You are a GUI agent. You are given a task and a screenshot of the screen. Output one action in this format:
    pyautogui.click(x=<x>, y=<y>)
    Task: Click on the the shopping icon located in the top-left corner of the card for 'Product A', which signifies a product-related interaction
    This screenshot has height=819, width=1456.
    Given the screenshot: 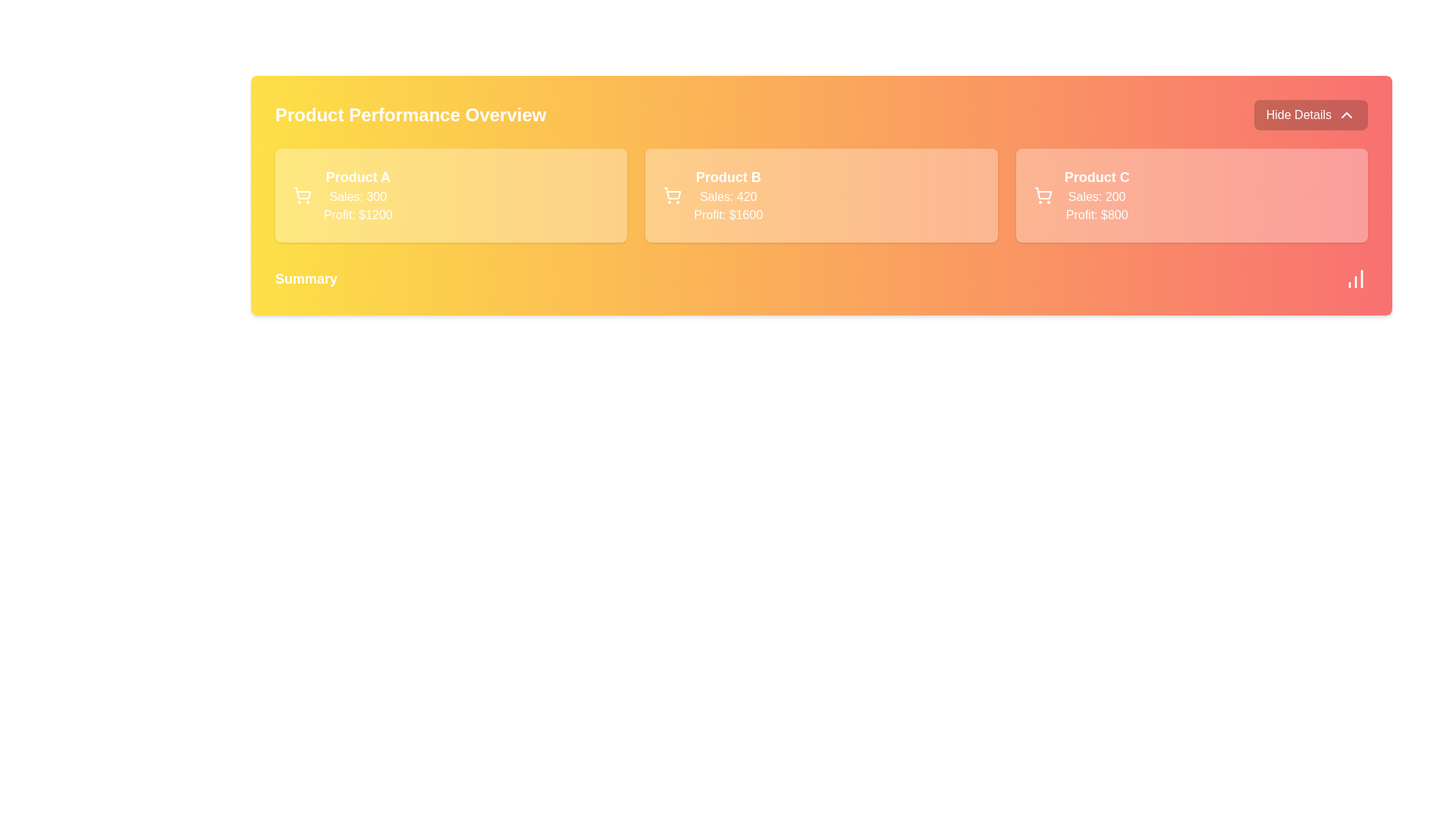 What is the action you would take?
    pyautogui.click(x=302, y=195)
    